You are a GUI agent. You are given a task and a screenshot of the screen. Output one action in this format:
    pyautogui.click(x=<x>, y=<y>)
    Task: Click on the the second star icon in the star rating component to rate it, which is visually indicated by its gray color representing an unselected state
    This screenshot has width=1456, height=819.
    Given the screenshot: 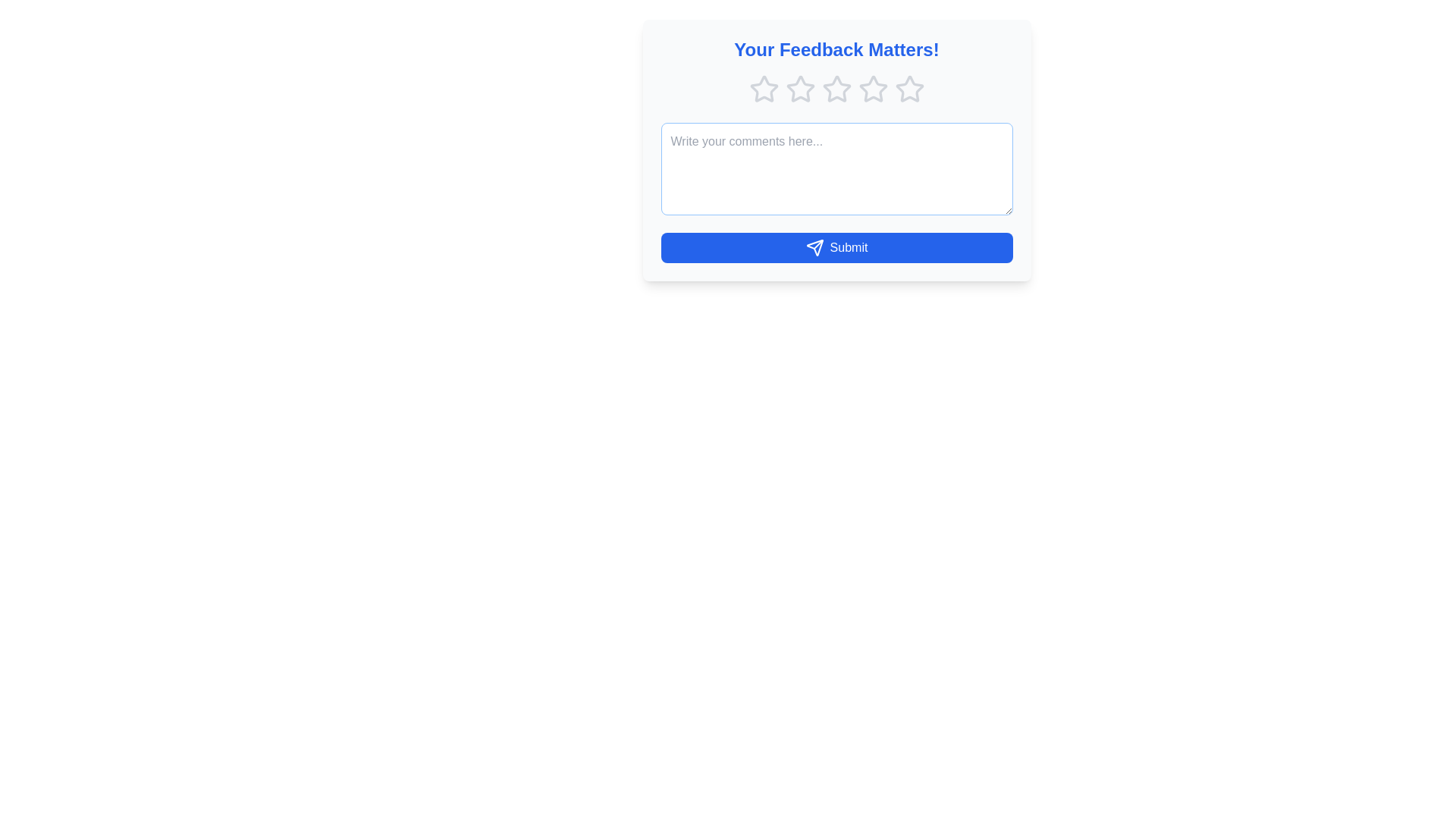 What is the action you would take?
    pyautogui.click(x=836, y=89)
    